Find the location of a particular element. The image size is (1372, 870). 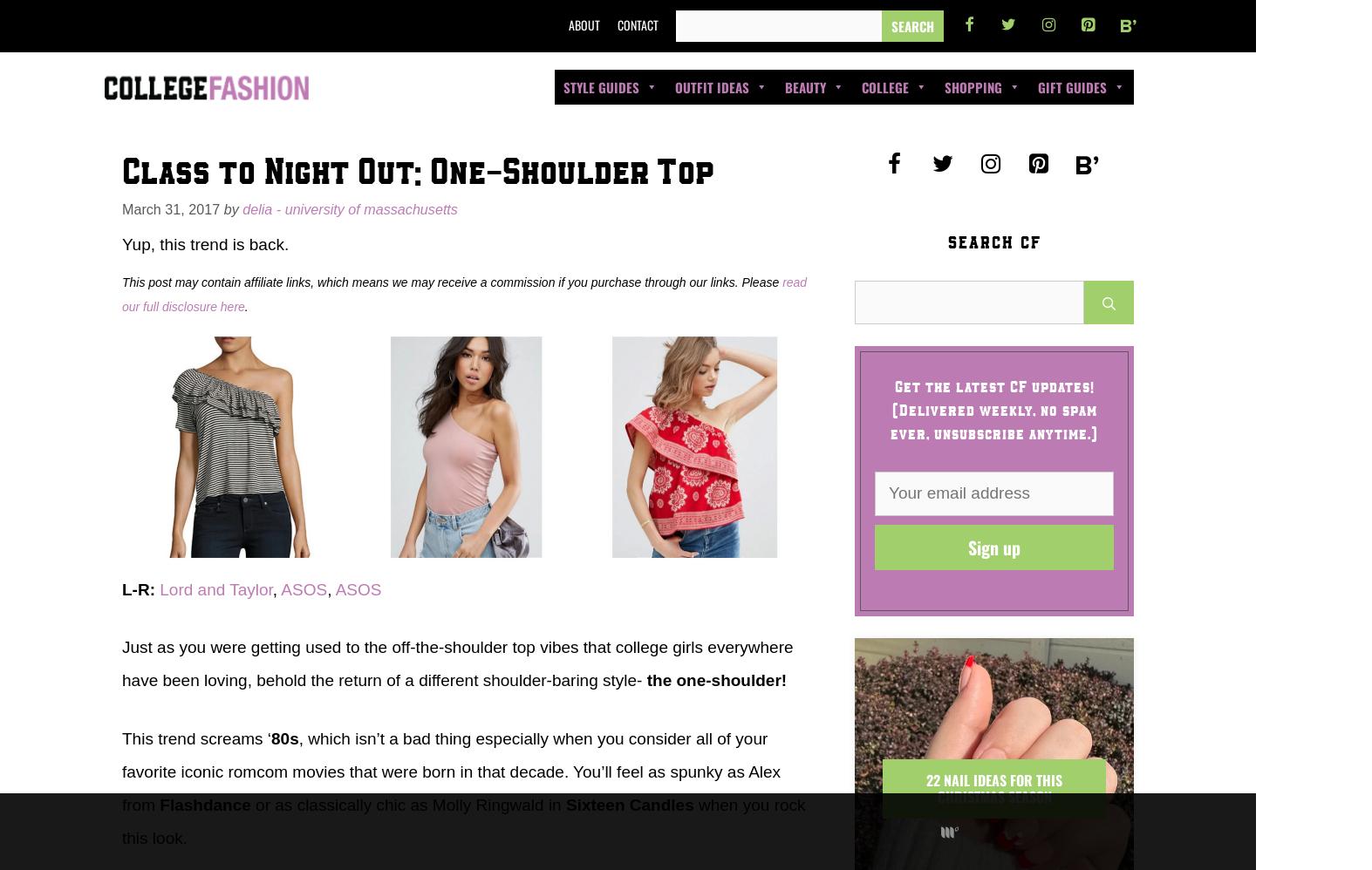

'.' is located at coordinates (246, 305).